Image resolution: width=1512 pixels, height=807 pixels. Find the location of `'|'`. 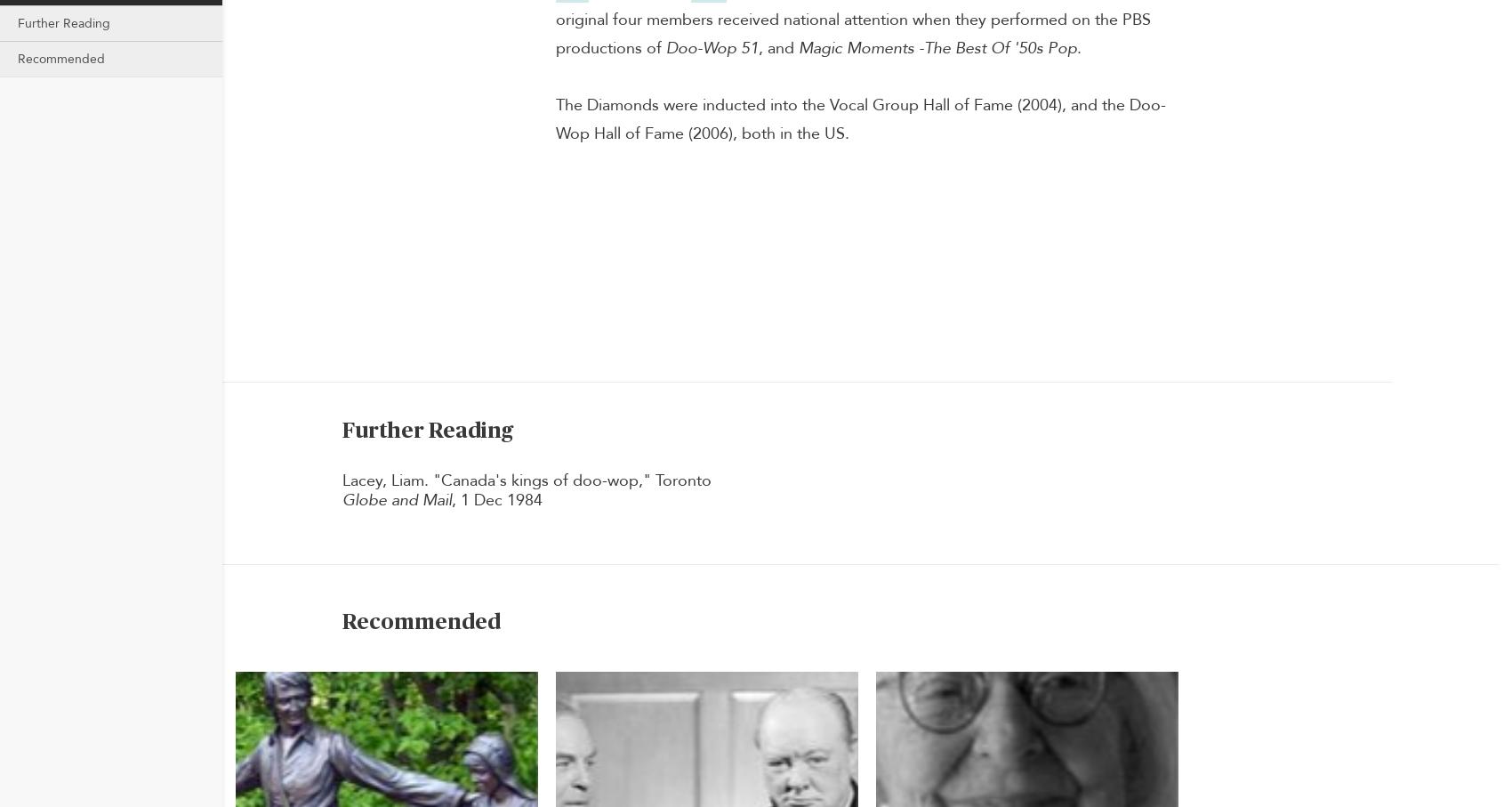

'|' is located at coordinates (335, 120).